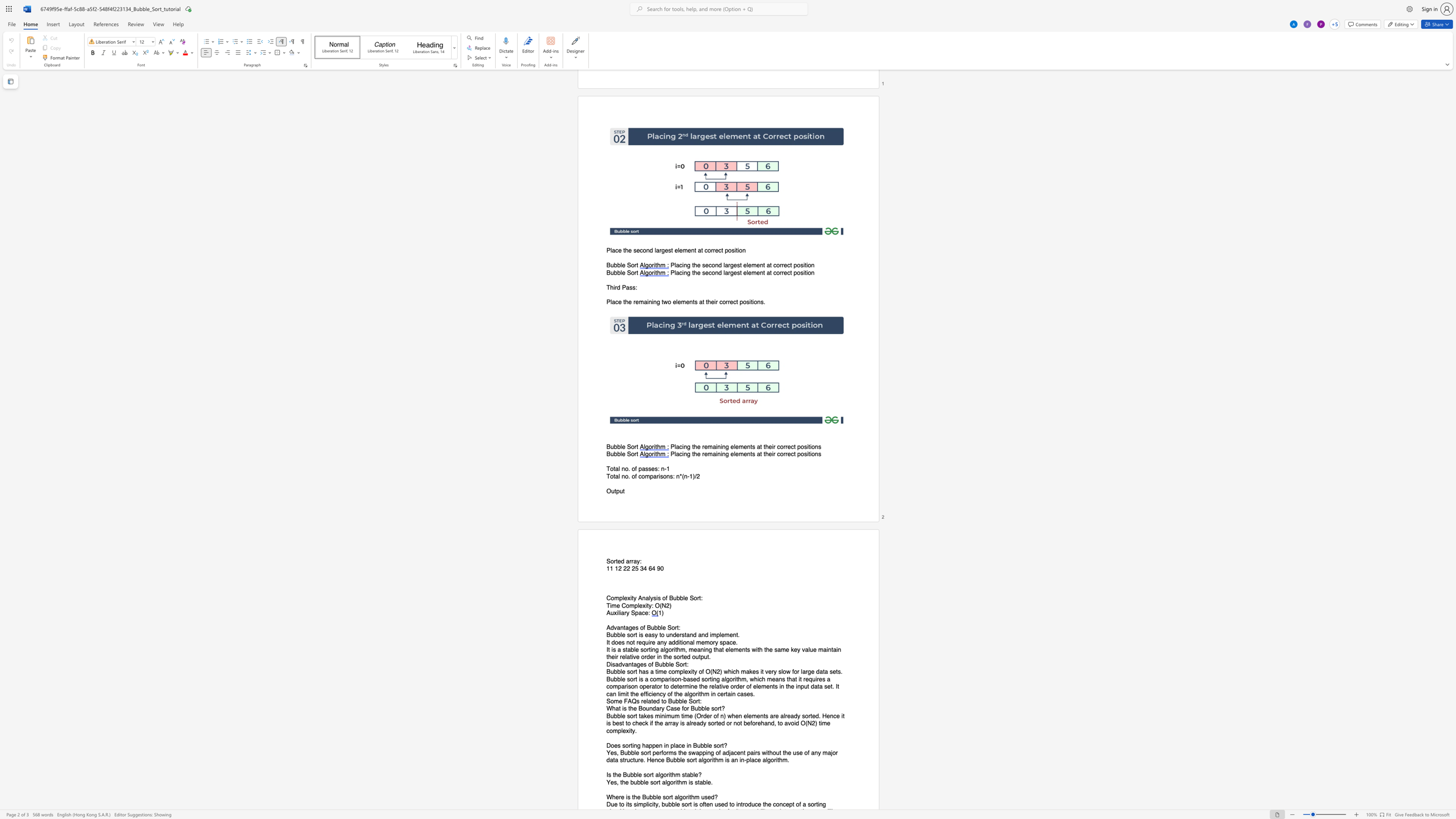  What do you see at coordinates (748, 454) in the screenshot?
I see `the 4th character "n" in the text` at bounding box center [748, 454].